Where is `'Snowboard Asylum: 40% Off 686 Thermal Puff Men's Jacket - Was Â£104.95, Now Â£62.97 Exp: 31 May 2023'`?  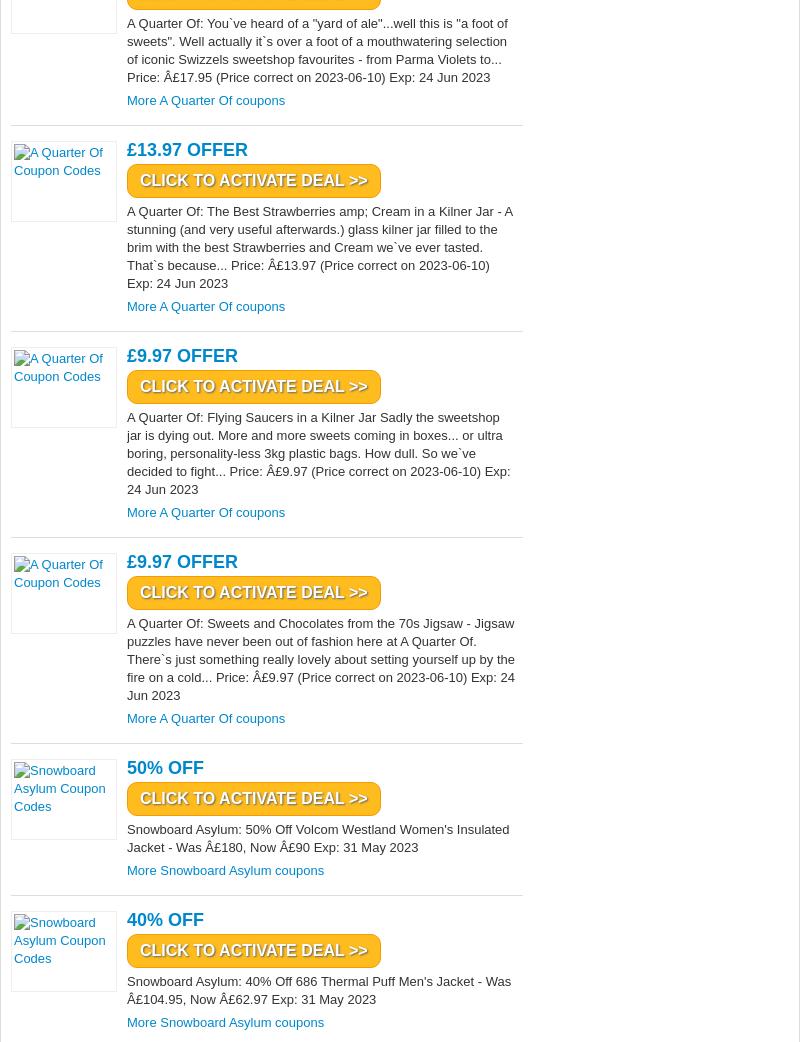
'Snowboard Asylum: 40% Off 686 Thermal Puff Men's Jacket - Was Â£104.95, Now Â£62.97 Exp: 31 May 2023' is located at coordinates (318, 990).